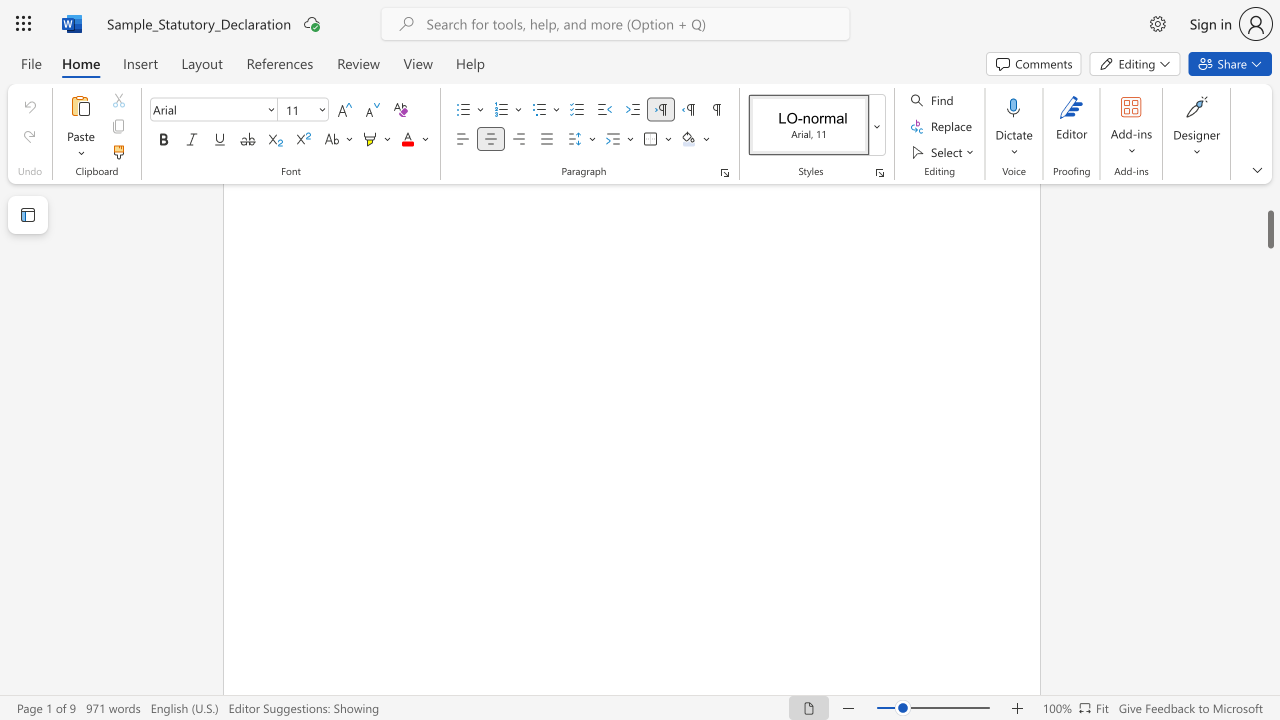 This screenshot has height=720, width=1280. I want to click on the scrollbar and move down 5550 pixels, so click(1269, 219).